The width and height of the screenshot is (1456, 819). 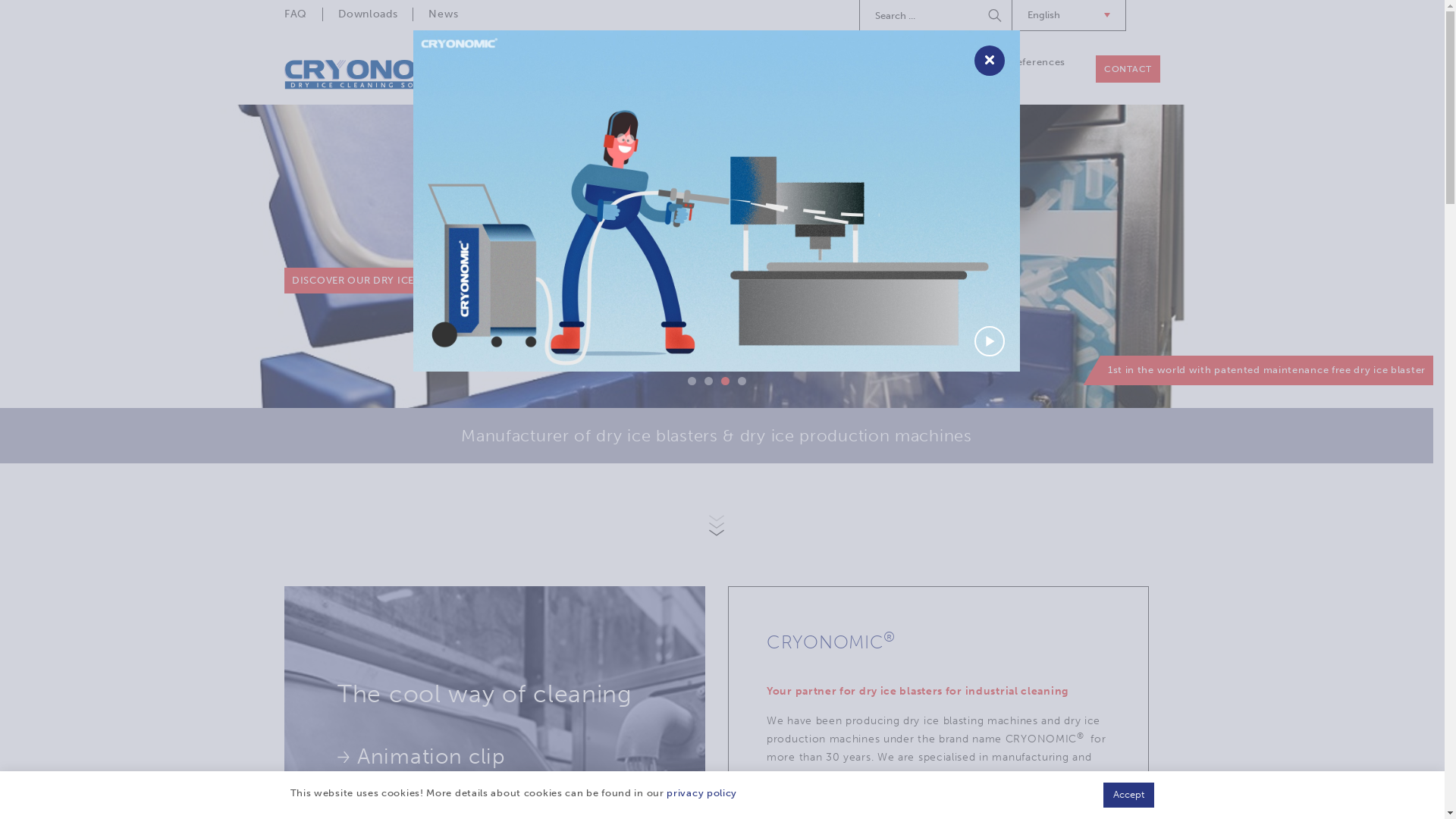 I want to click on 'CONTACT', so click(x=1128, y=69).